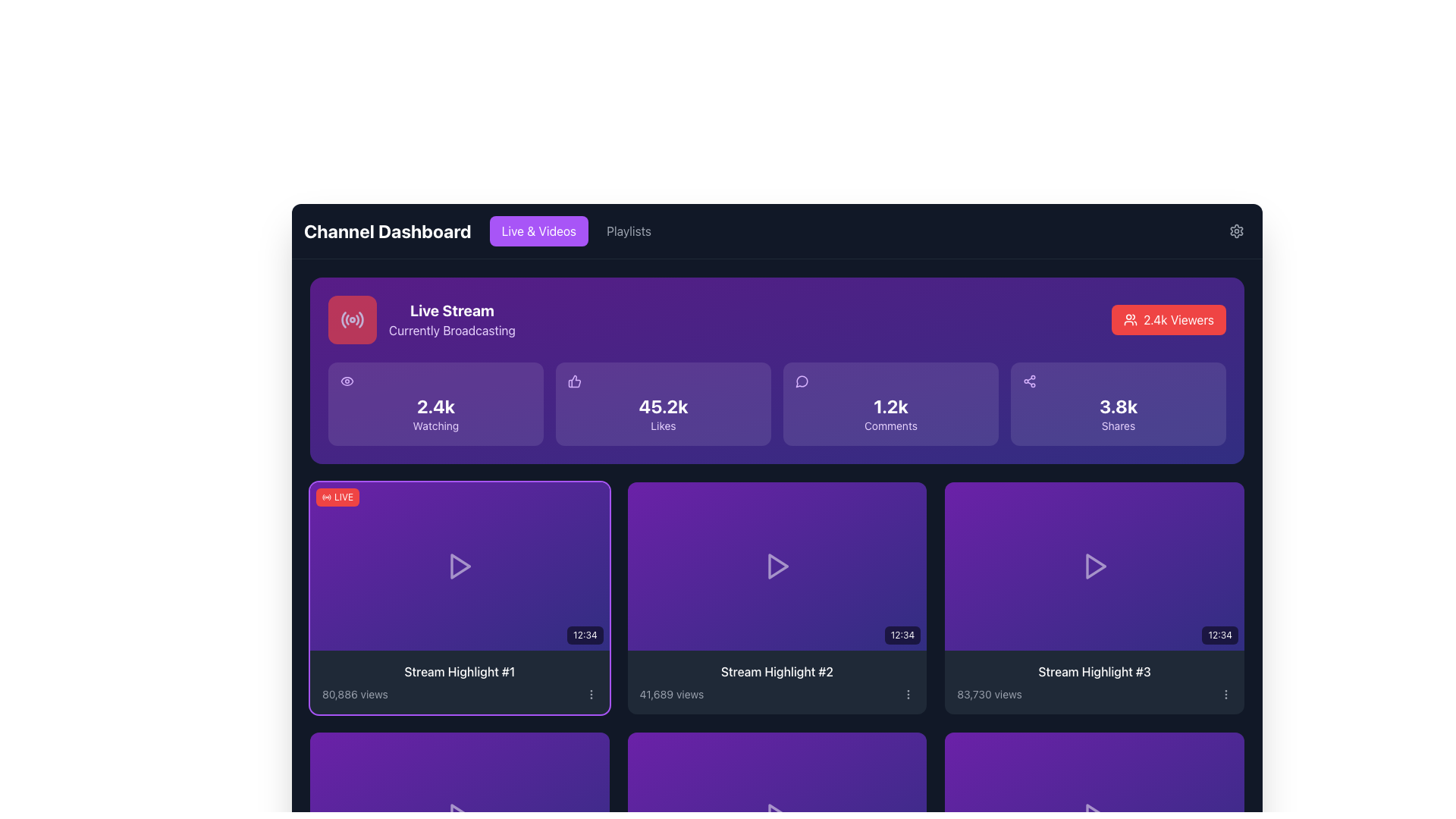  What do you see at coordinates (1237, 231) in the screenshot?
I see `the small gear icon` at bounding box center [1237, 231].